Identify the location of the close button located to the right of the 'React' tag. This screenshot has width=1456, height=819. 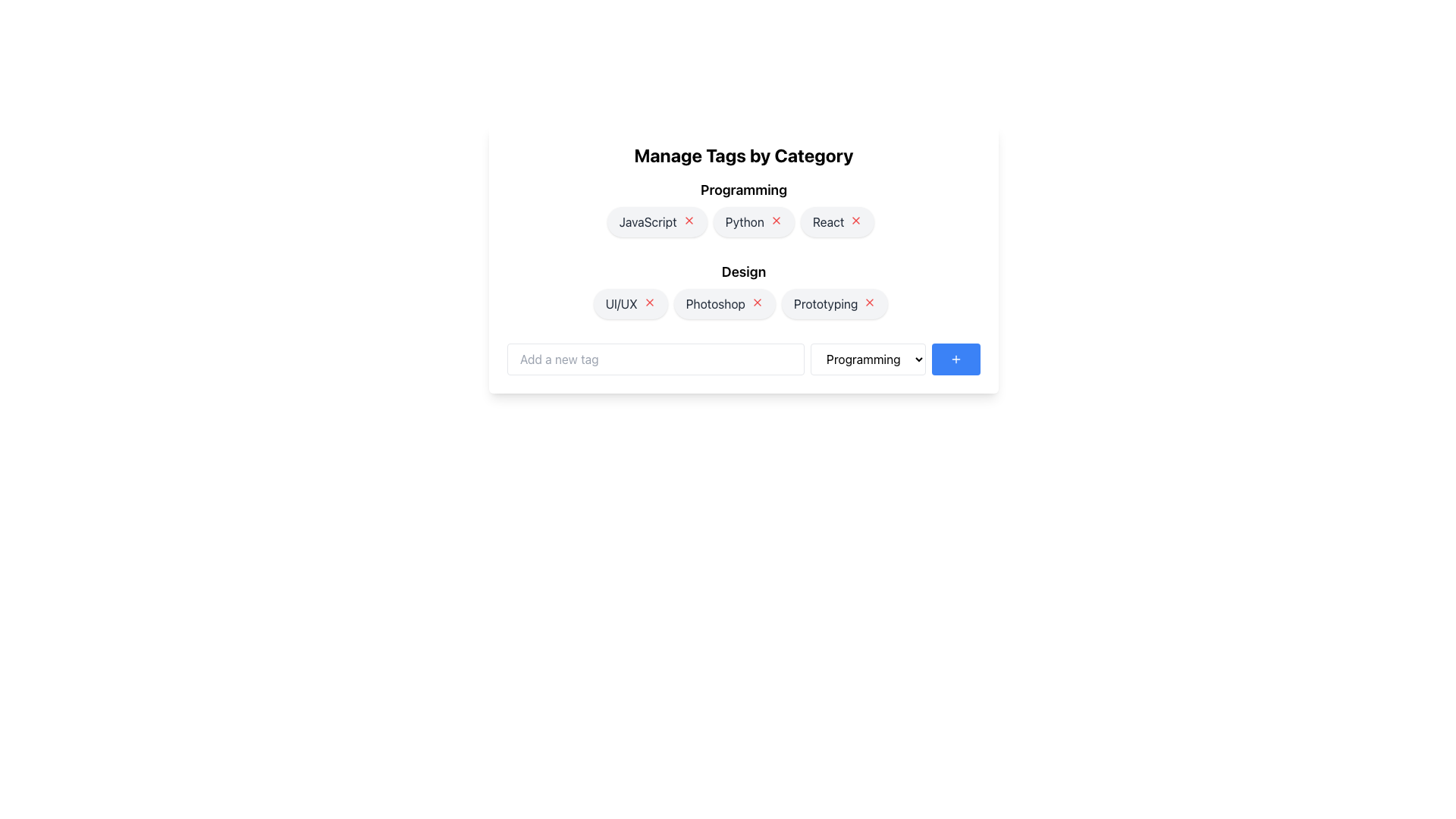
(856, 220).